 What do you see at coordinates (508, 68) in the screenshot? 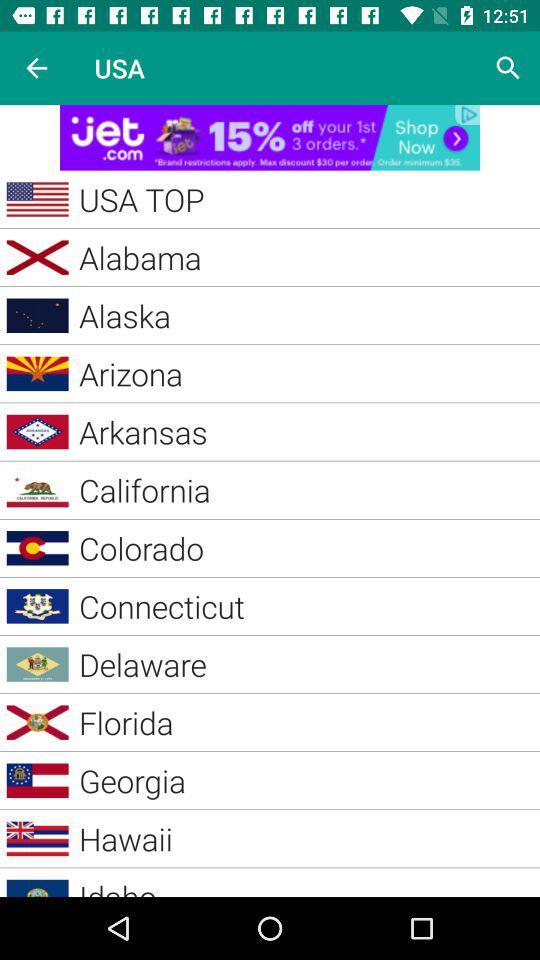
I see `settings option` at bounding box center [508, 68].